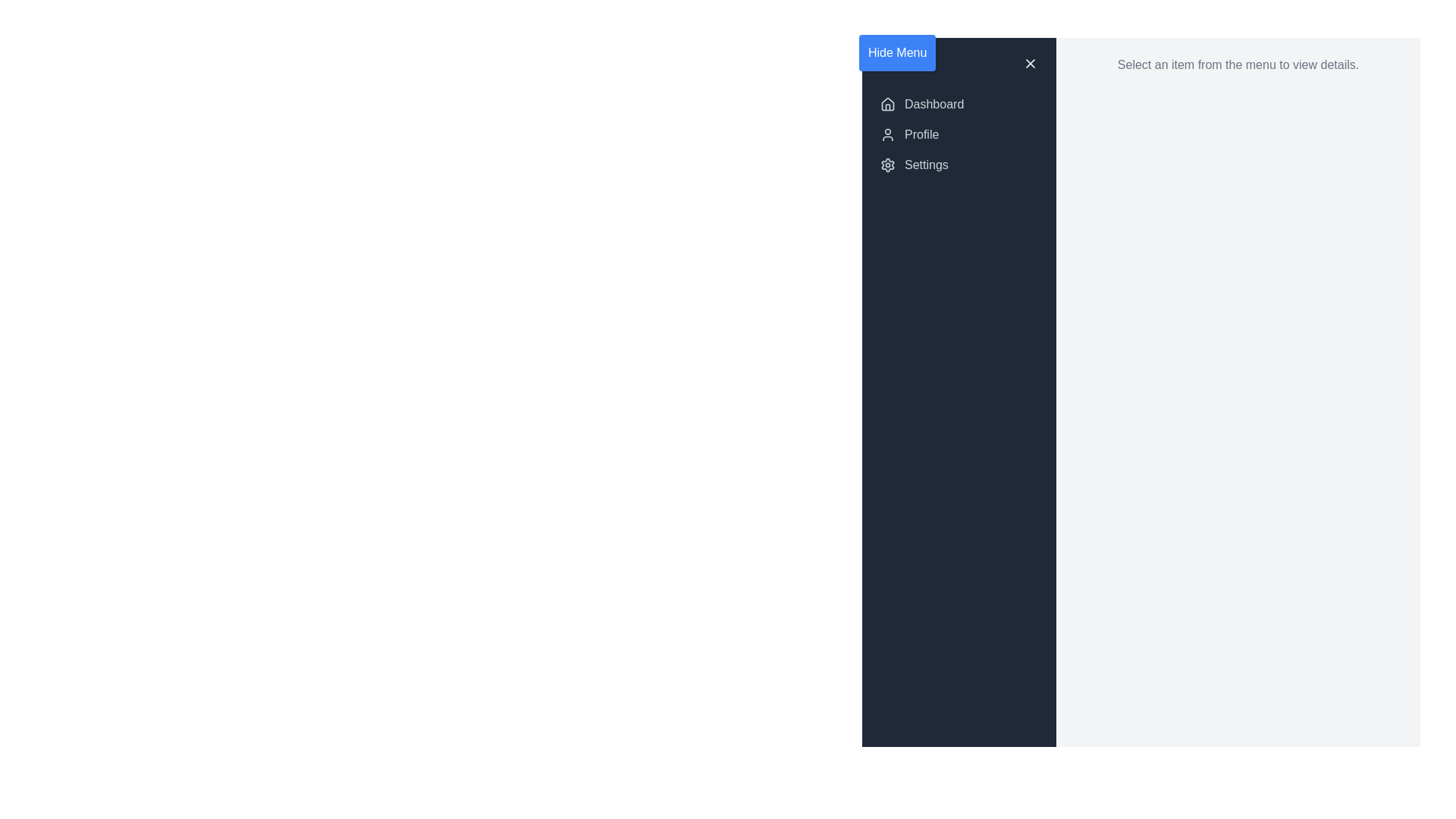  I want to click on the gear icon representing the 'Settings' menu item, so click(888, 165).